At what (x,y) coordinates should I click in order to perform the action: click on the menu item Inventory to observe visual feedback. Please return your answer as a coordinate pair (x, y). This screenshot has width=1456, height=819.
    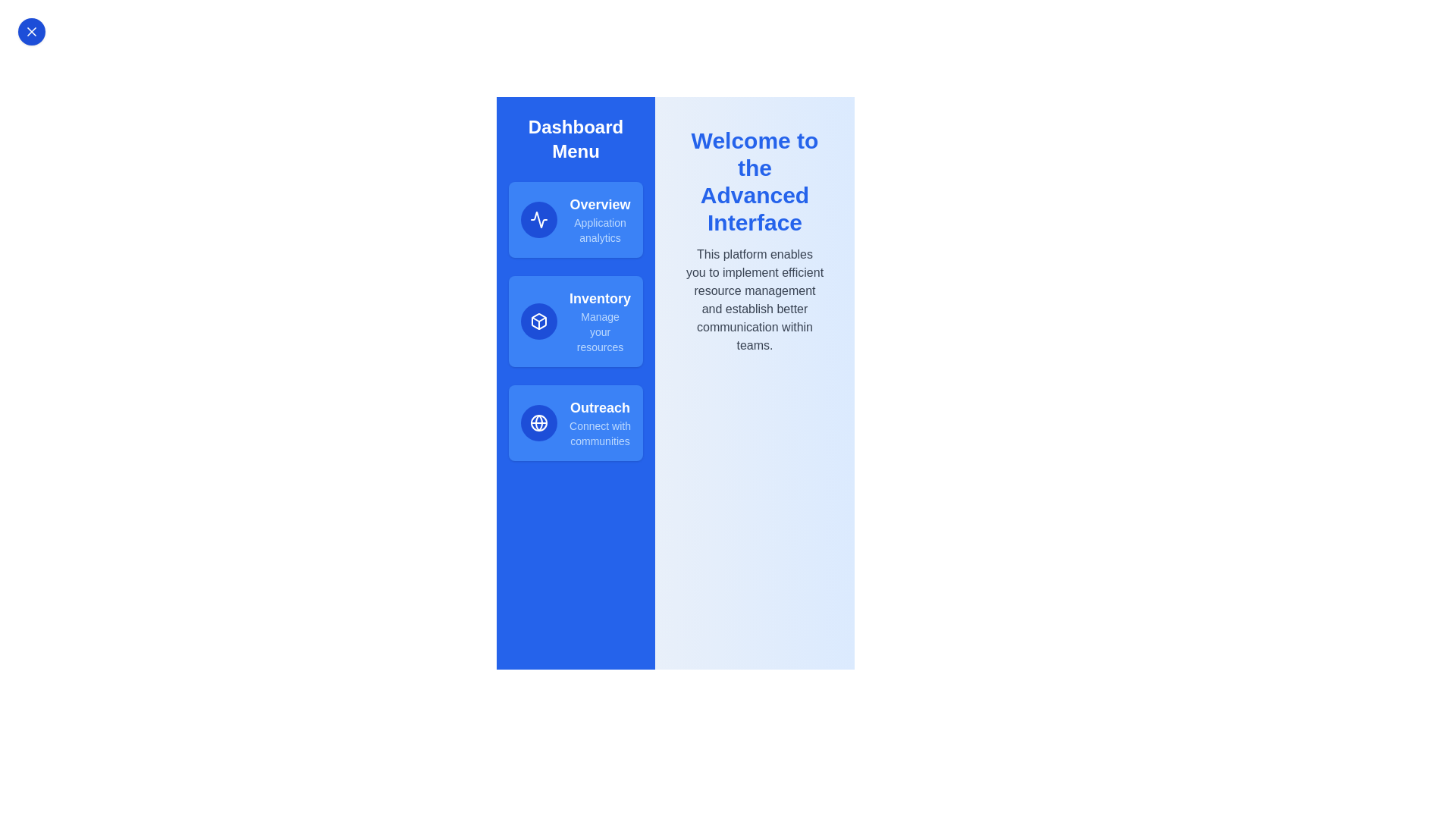
    Looking at the image, I should click on (575, 321).